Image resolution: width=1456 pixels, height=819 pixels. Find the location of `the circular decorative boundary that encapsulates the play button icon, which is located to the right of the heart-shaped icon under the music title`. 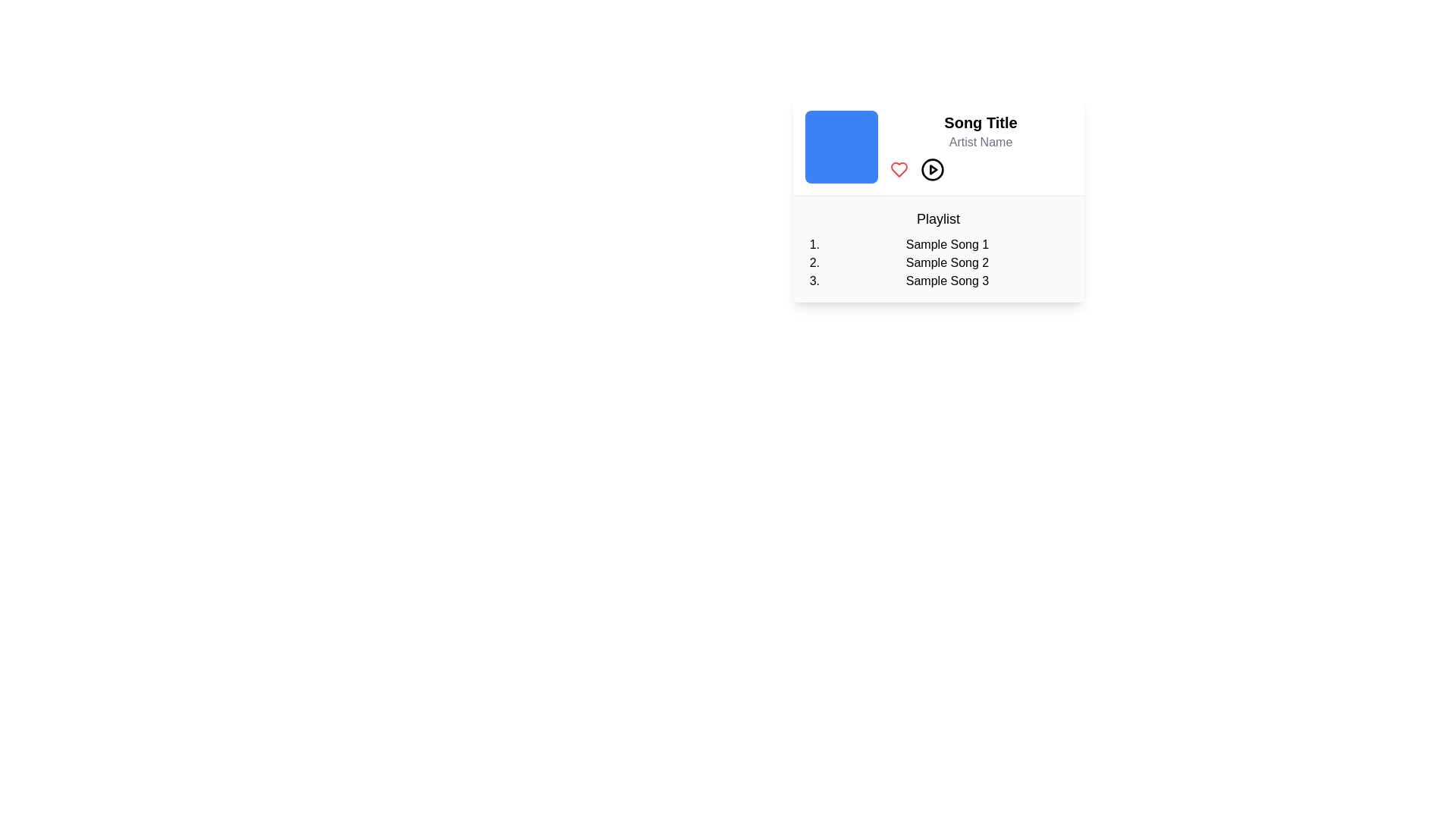

the circular decorative boundary that encapsulates the play button icon, which is located to the right of the heart-shaped icon under the music title is located at coordinates (931, 169).